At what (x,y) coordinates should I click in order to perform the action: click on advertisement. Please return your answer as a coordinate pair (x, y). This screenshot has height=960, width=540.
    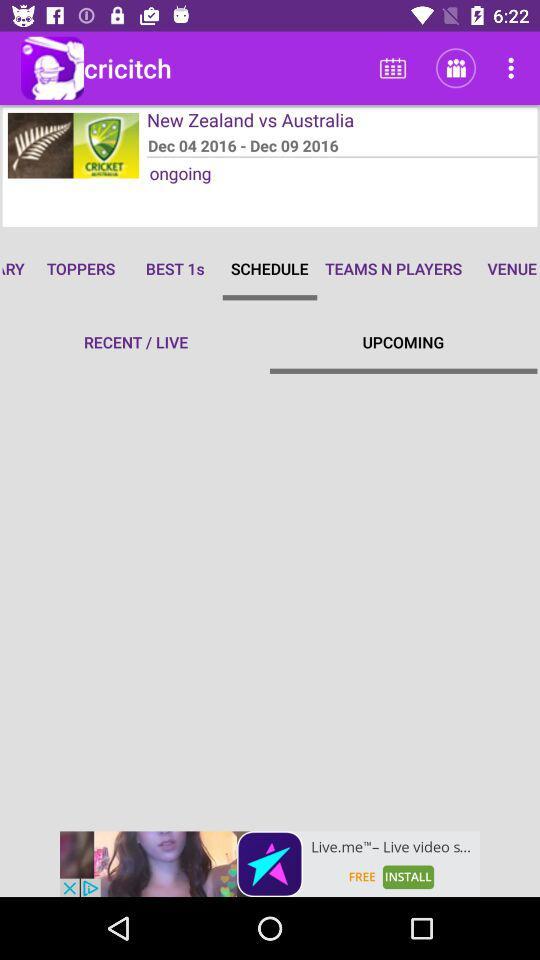
    Looking at the image, I should click on (270, 863).